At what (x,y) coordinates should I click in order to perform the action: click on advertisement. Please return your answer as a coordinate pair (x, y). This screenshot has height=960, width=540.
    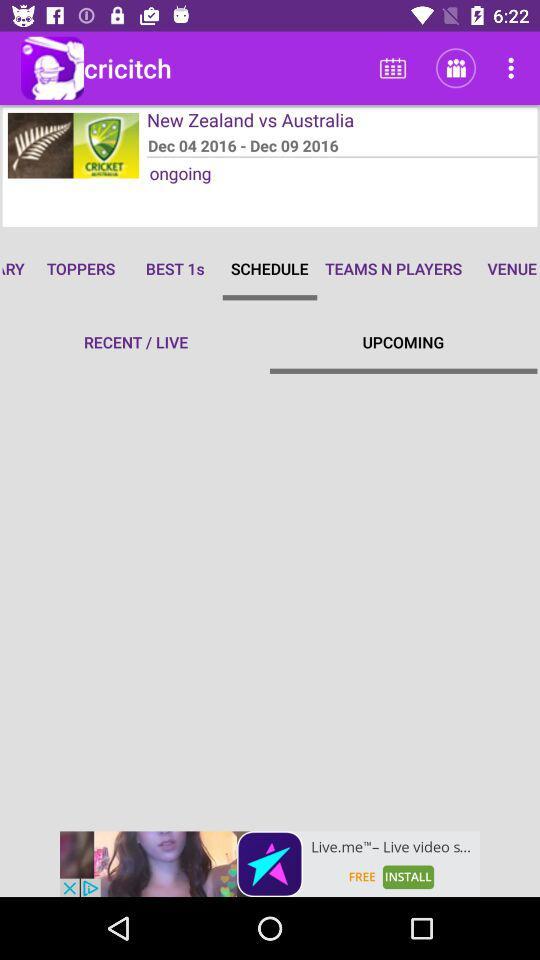
    Looking at the image, I should click on (270, 863).